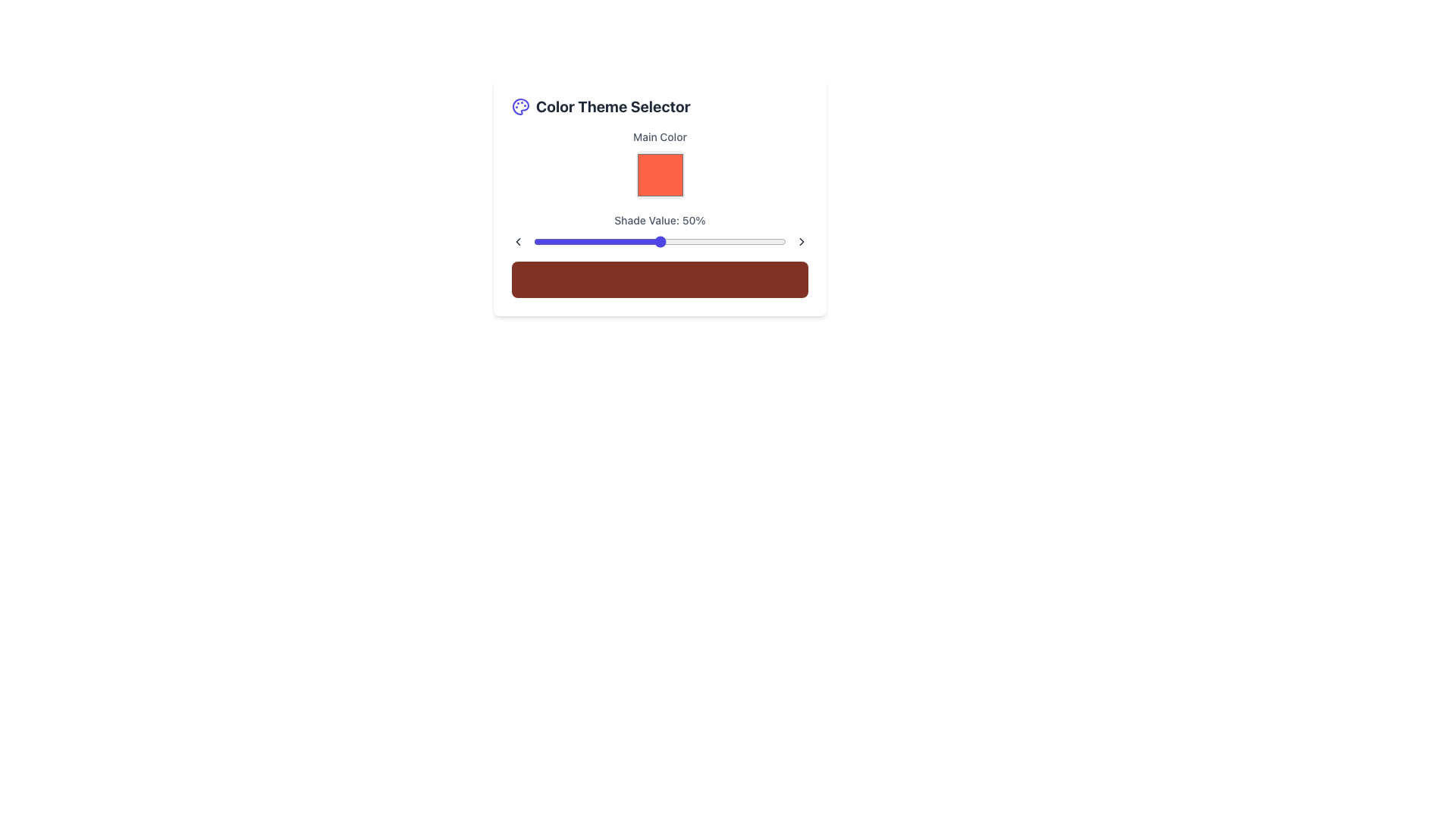 This screenshot has width=1456, height=819. What do you see at coordinates (620, 241) in the screenshot?
I see `the shade value` at bounding box center [620, 241].